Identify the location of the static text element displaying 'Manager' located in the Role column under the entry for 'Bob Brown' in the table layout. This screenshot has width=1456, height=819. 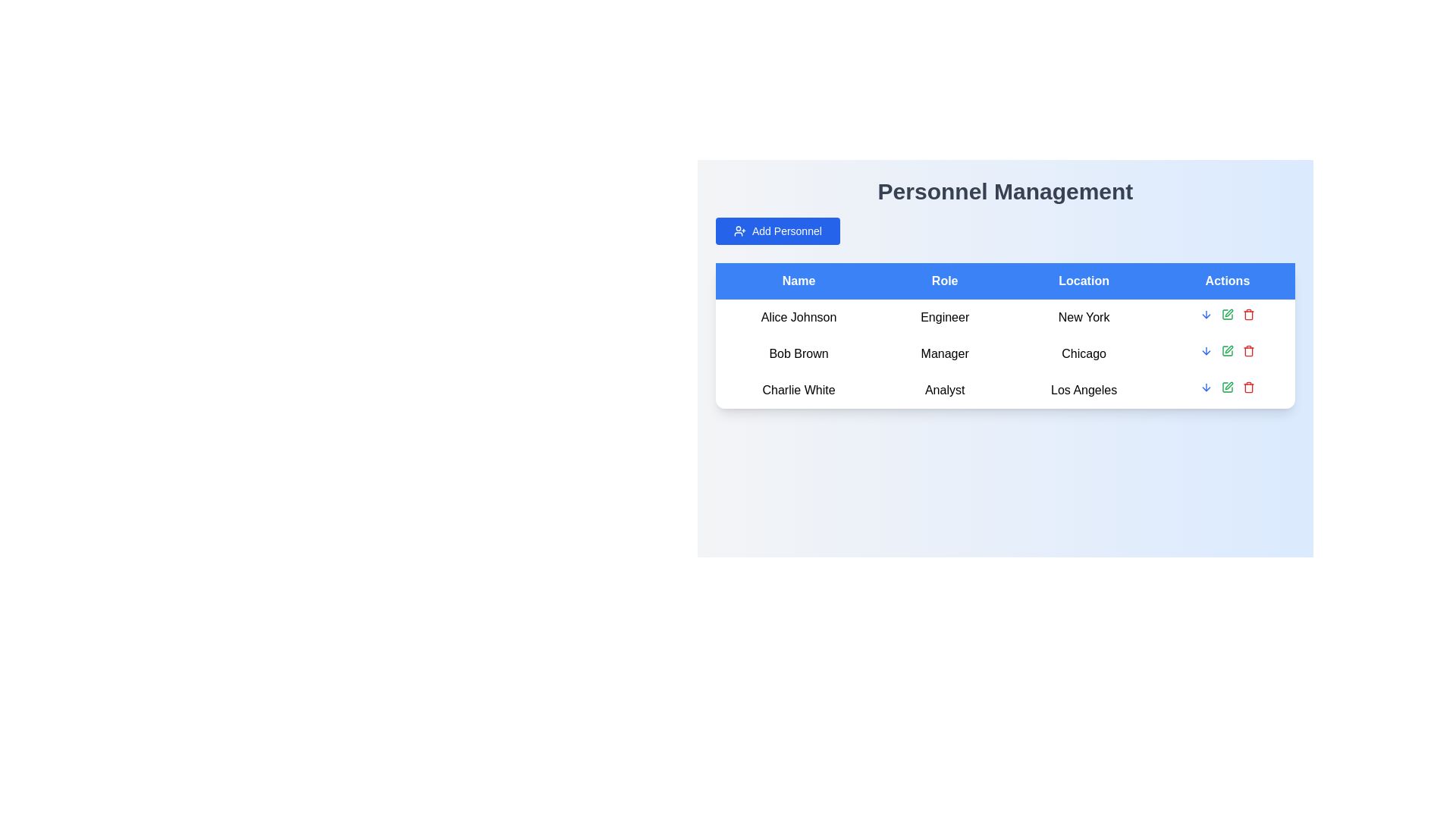
(944, 353).